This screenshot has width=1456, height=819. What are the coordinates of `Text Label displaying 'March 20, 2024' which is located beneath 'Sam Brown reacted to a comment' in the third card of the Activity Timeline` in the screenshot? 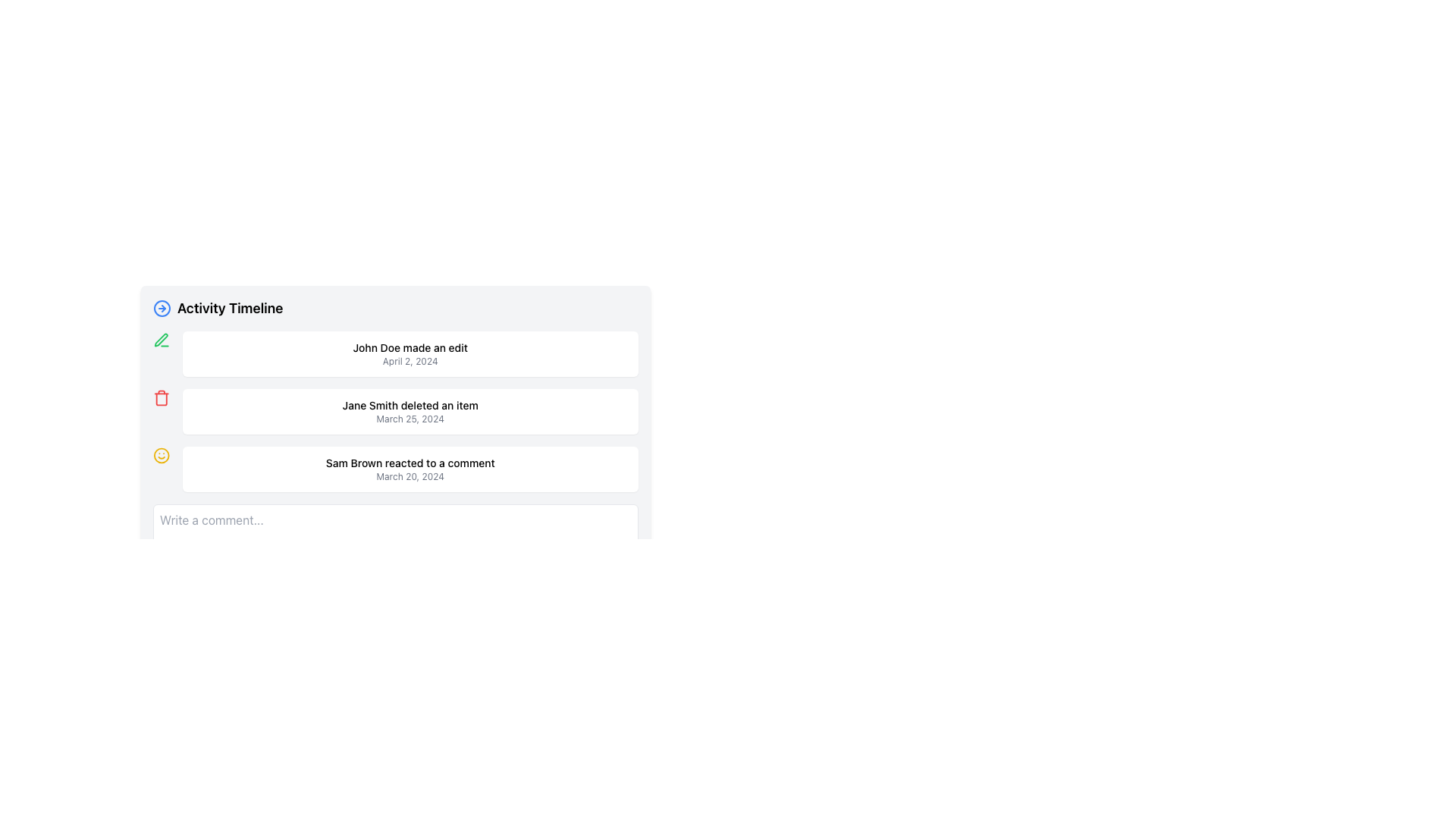 It's located at (410, 475).